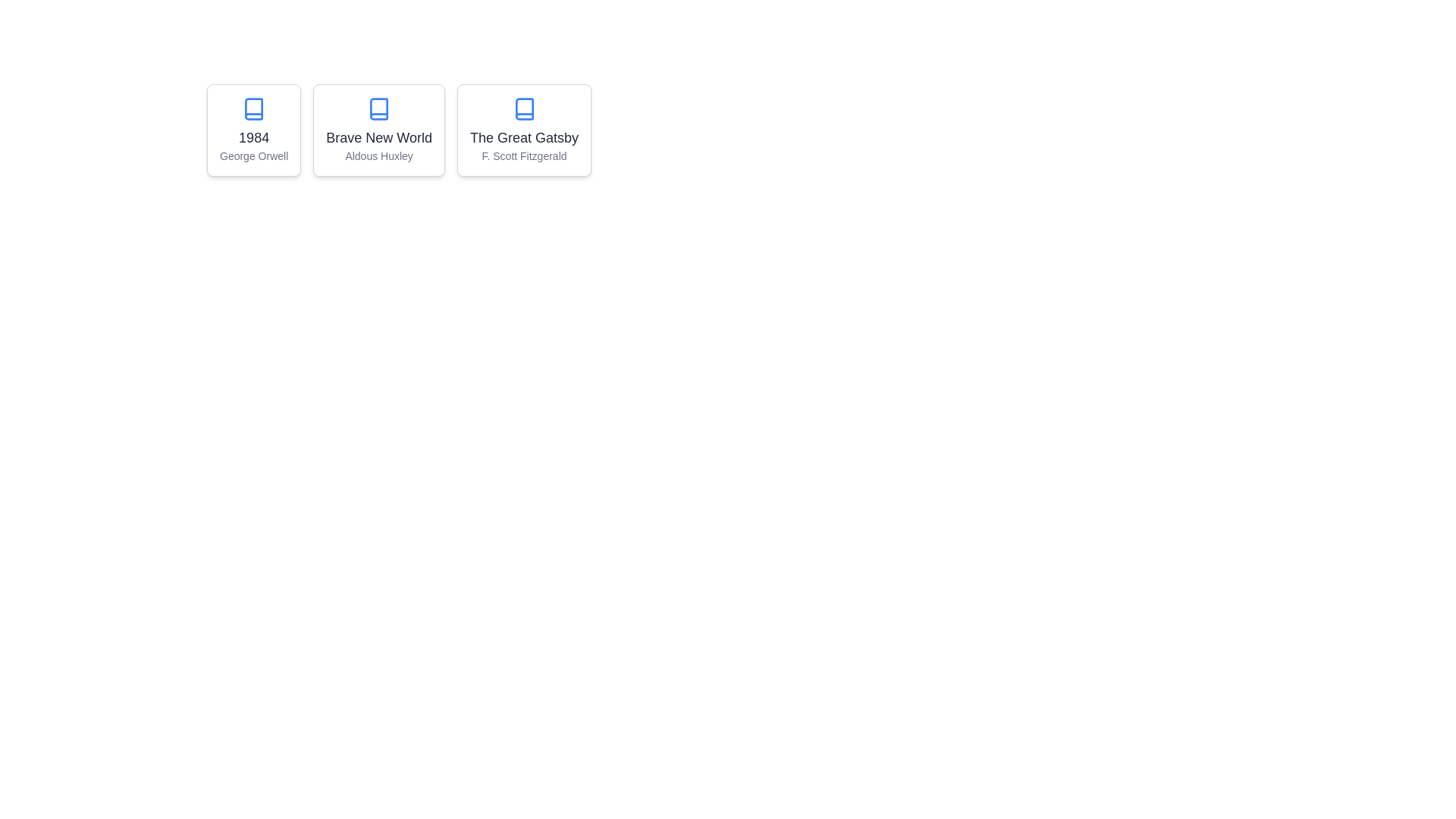 The height and width of the screenshot is (819, 1456). I want to click on the blue book icon representing 'Brave New World' by Aldous Huxley, located at the top of the card layout, so click(379, 108).